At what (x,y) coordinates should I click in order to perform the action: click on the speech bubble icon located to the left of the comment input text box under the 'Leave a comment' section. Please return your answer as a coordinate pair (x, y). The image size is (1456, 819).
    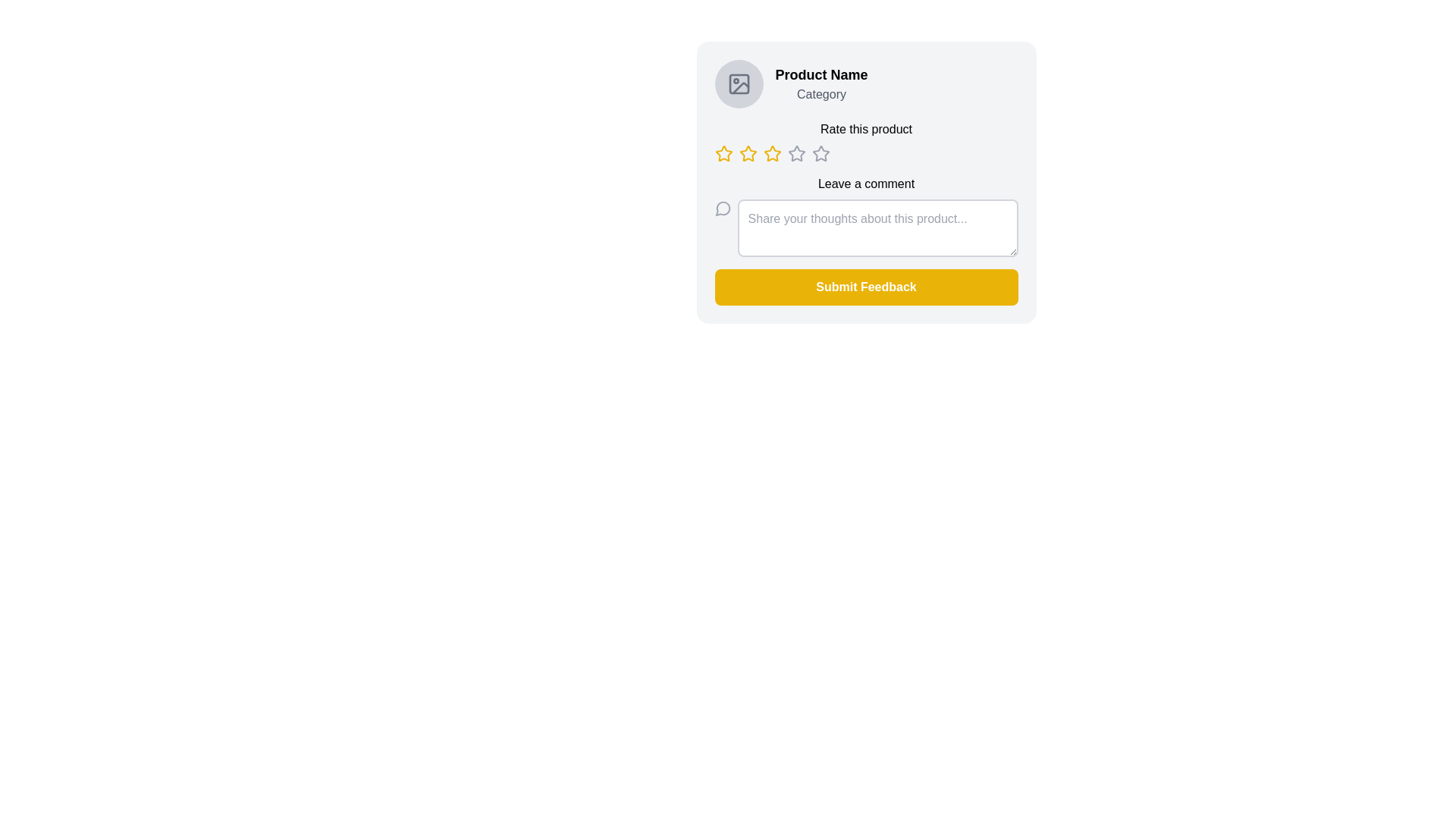
    Looking at the image, I should click on (722, 208).